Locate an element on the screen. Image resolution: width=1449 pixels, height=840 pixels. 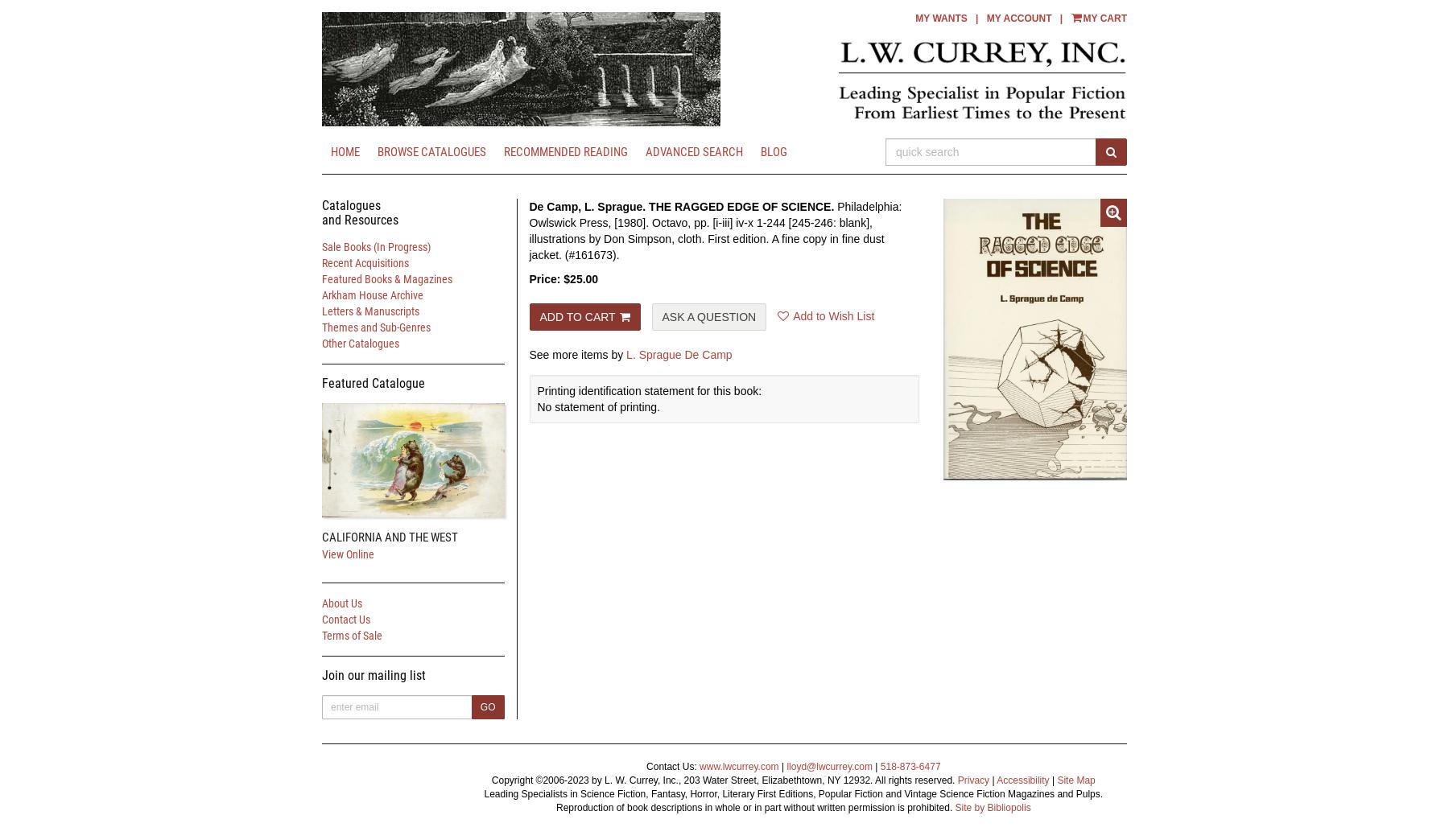
'Advanced Search' is located at coordinates (646, 150).